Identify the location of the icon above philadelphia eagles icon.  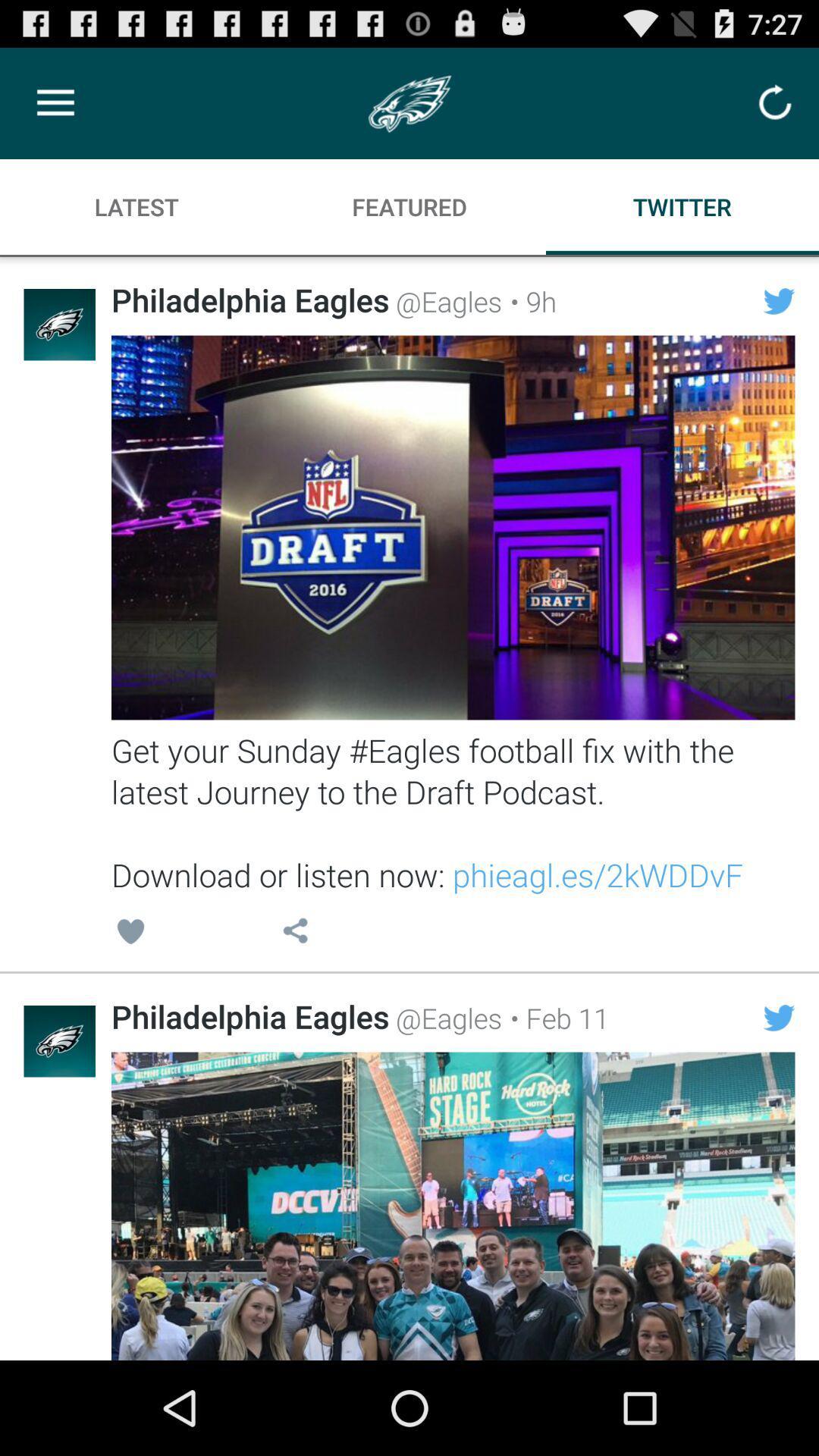
(130, 933).